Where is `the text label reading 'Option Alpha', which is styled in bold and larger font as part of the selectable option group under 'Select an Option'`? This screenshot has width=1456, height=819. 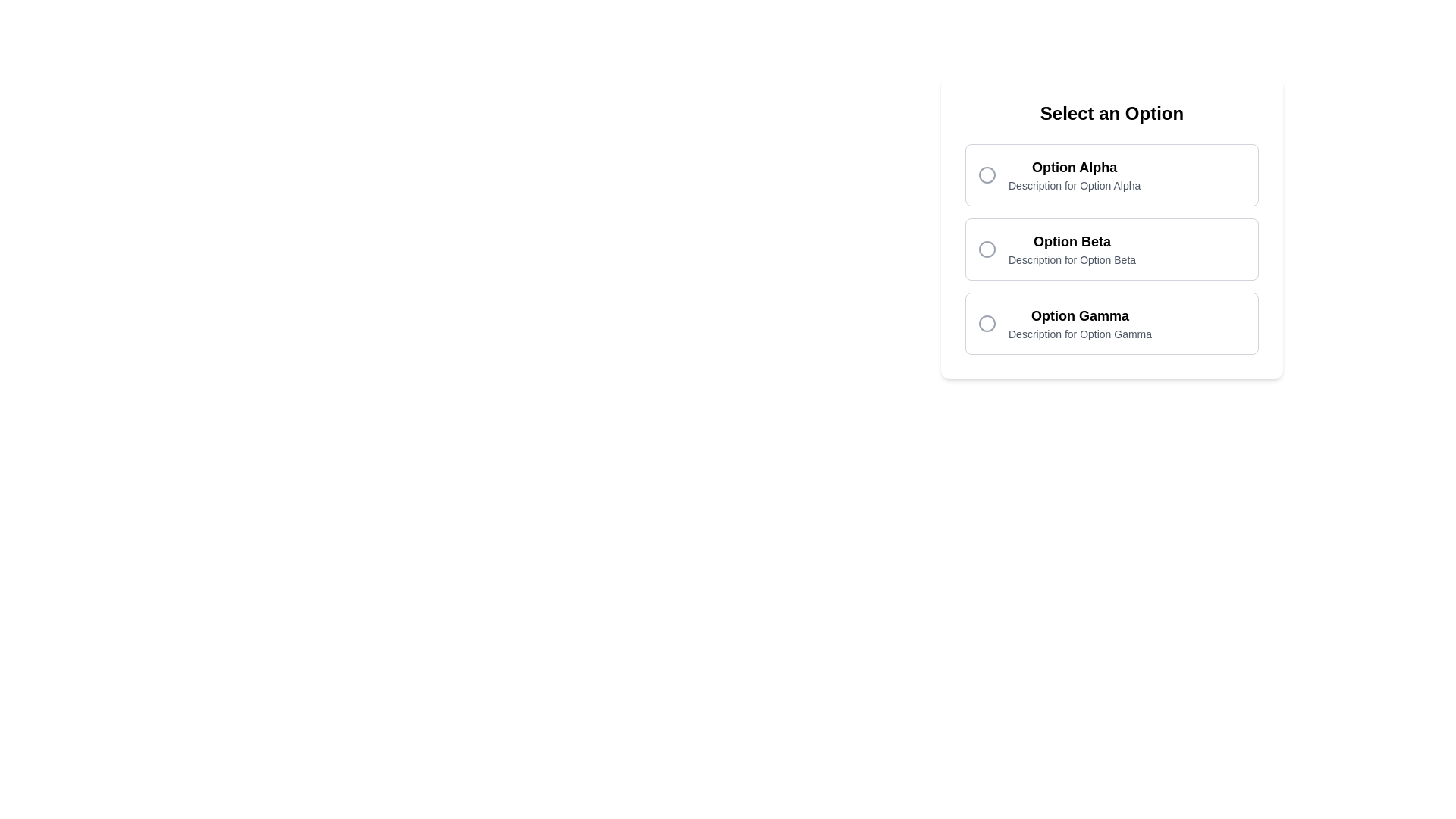 the text label reading 'Option Alpha', which is styled in bold and larger font as part of the selectable option group under 'Select an Option' is located at coordinates (1074, 167).